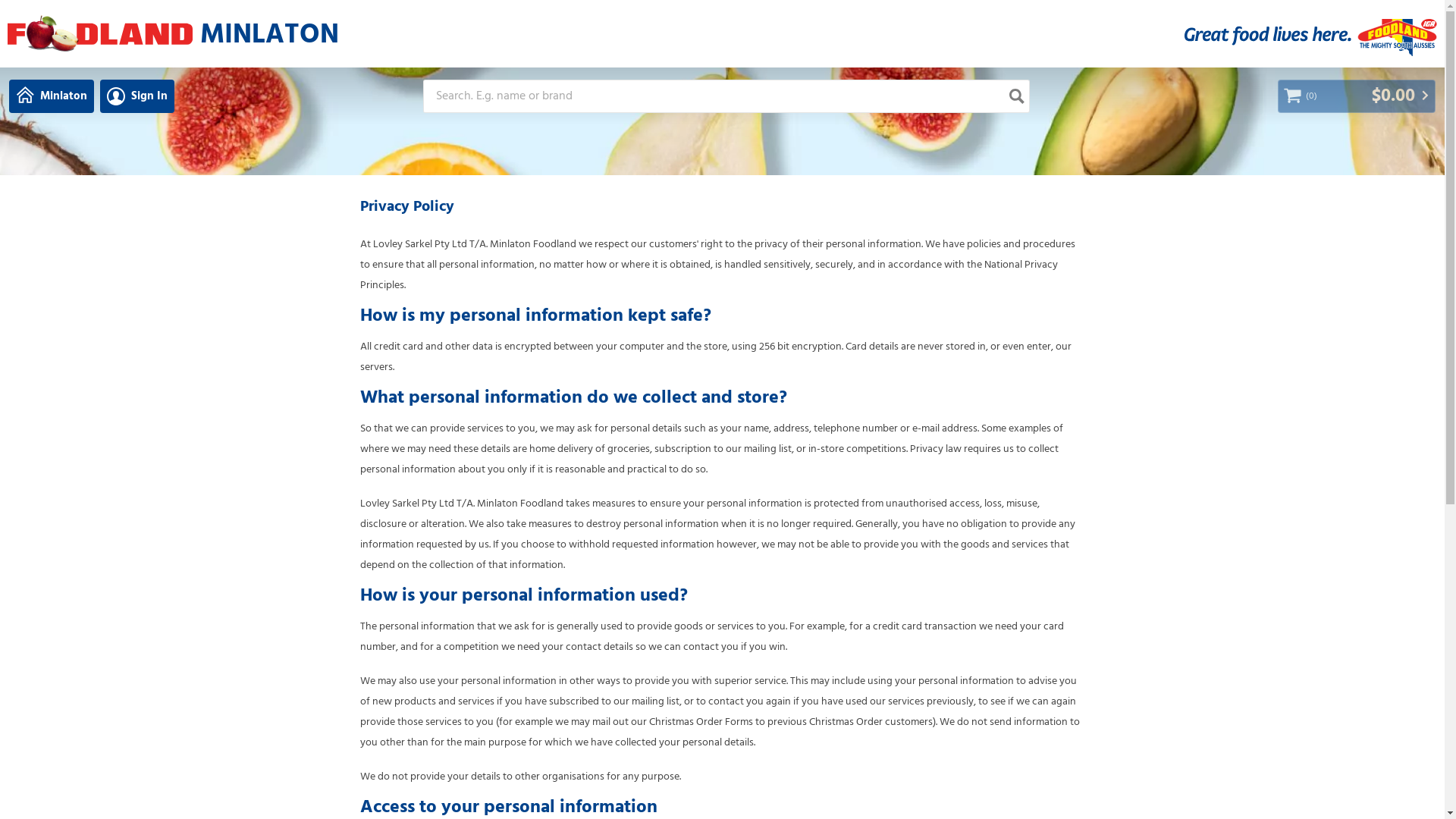 The width and height of the screenshot is (1456, 819). I want to click on 'Sign In', so click(99, 96).